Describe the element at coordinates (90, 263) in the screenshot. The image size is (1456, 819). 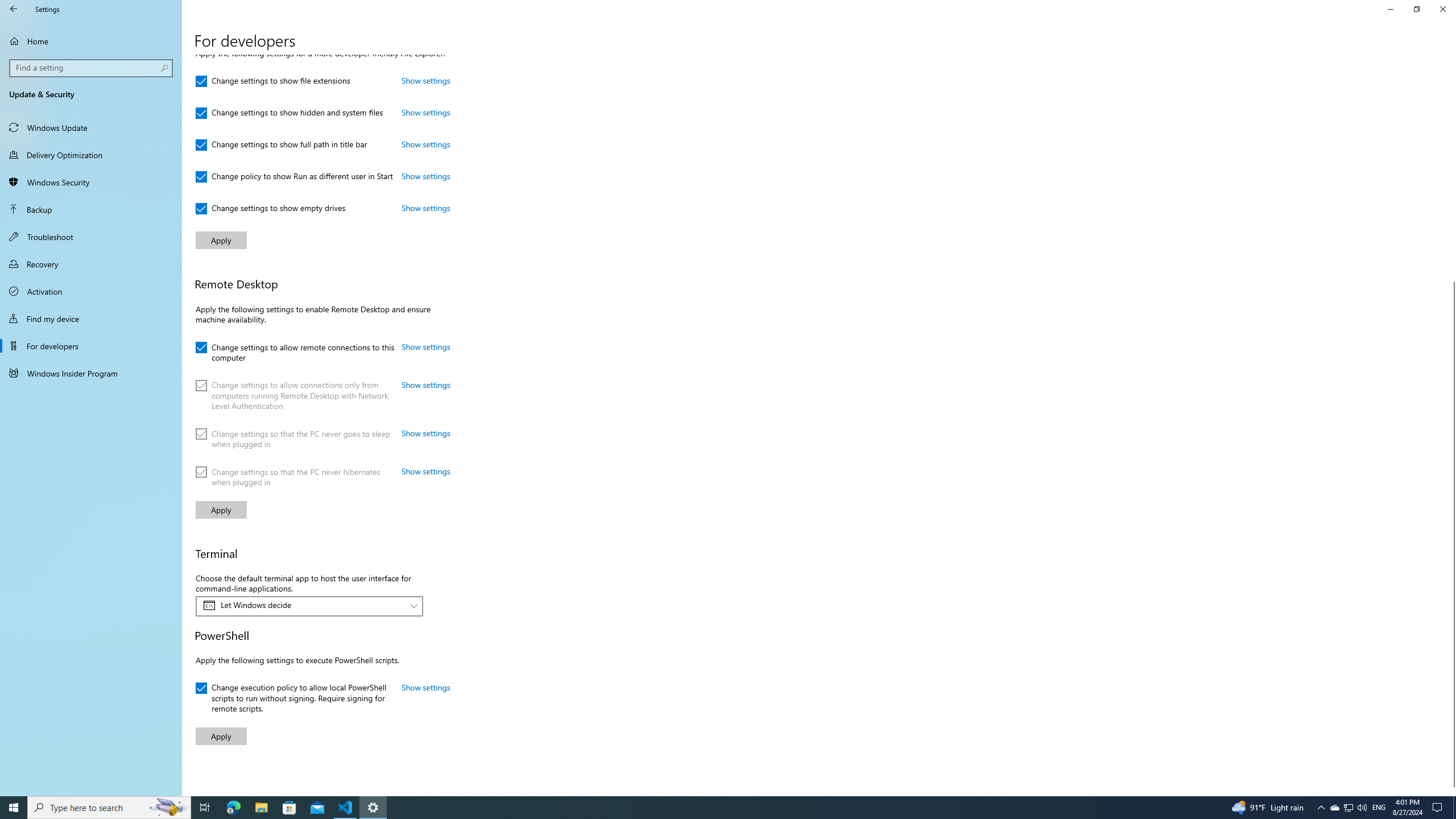
I see `'Recovery'` at that location.